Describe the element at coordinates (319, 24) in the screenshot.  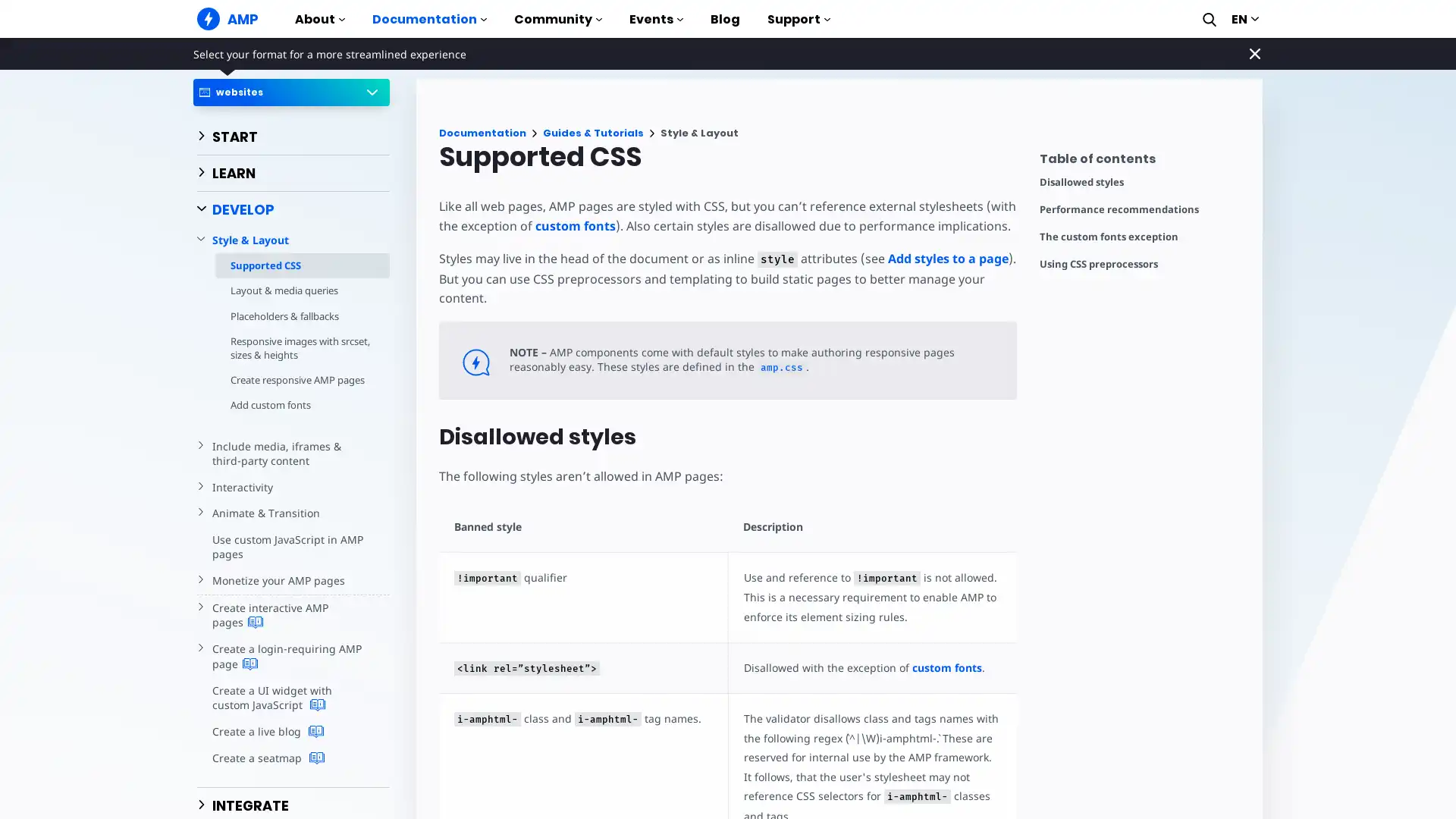
I see `About` at that location.